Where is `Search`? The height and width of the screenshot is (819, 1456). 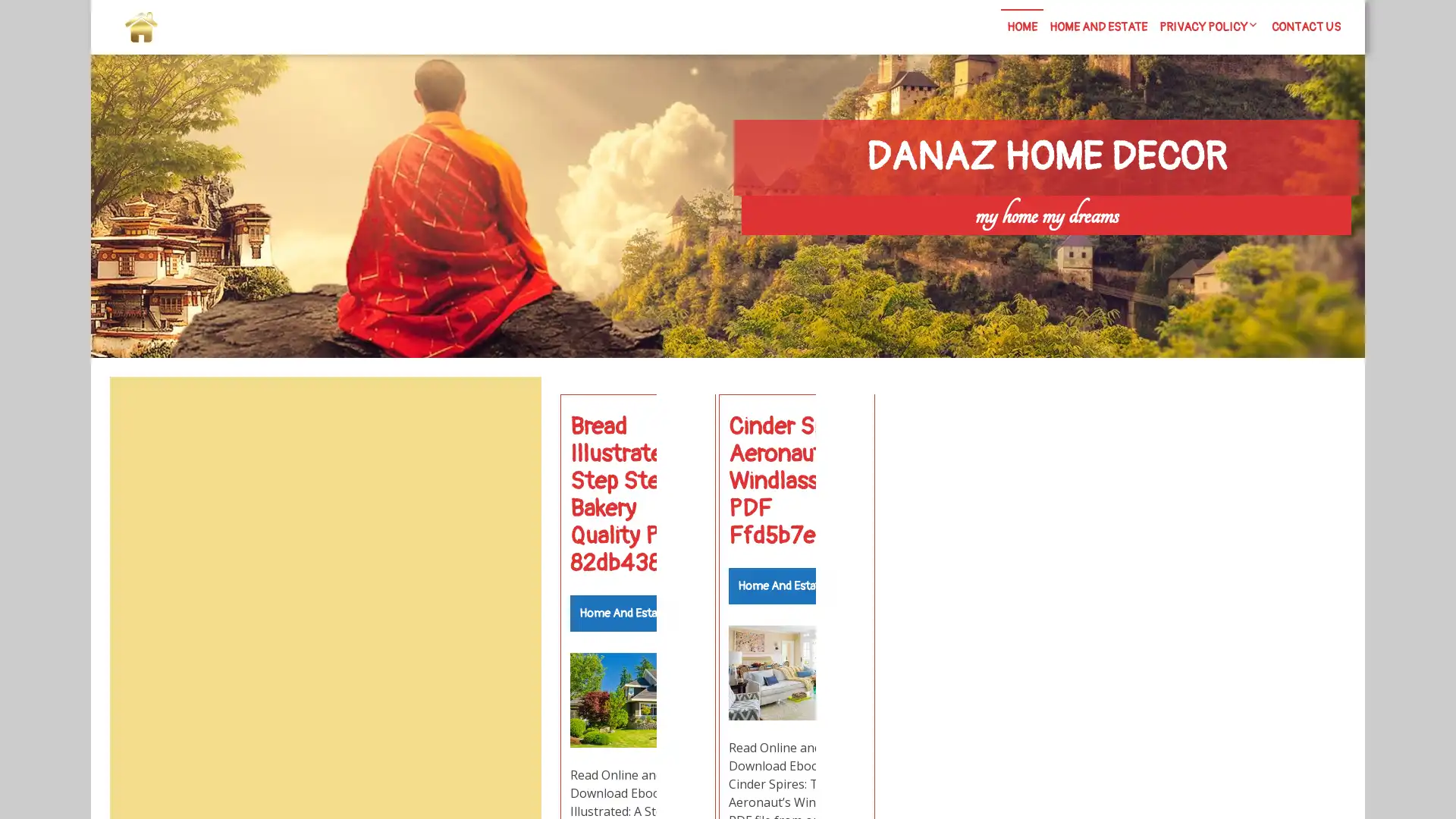 Search is located at coordinates (1181, 248).